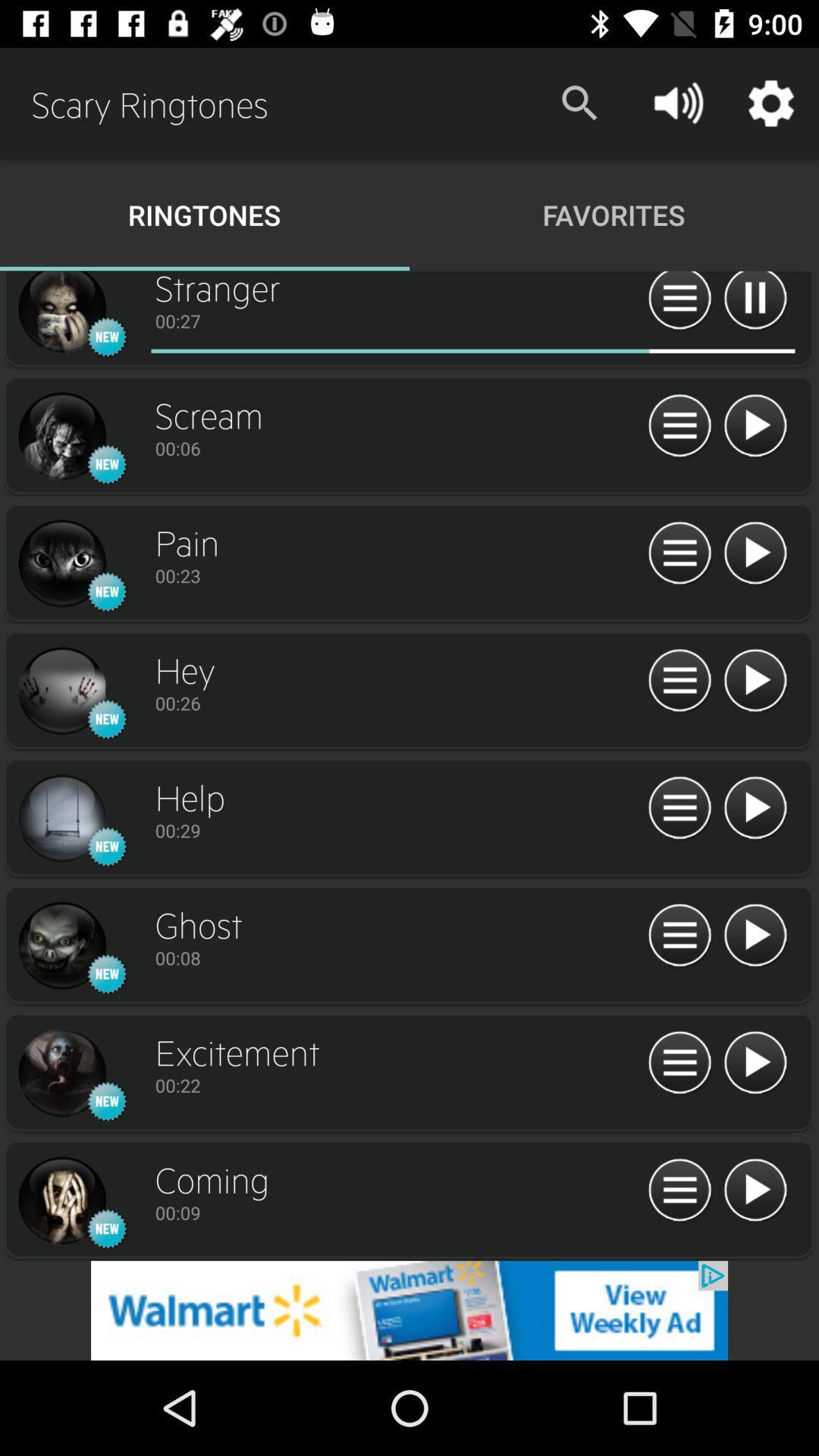 The height and width of the screenshot is (1456, 819). I want to click on pause ringtone, so click(755, 303).